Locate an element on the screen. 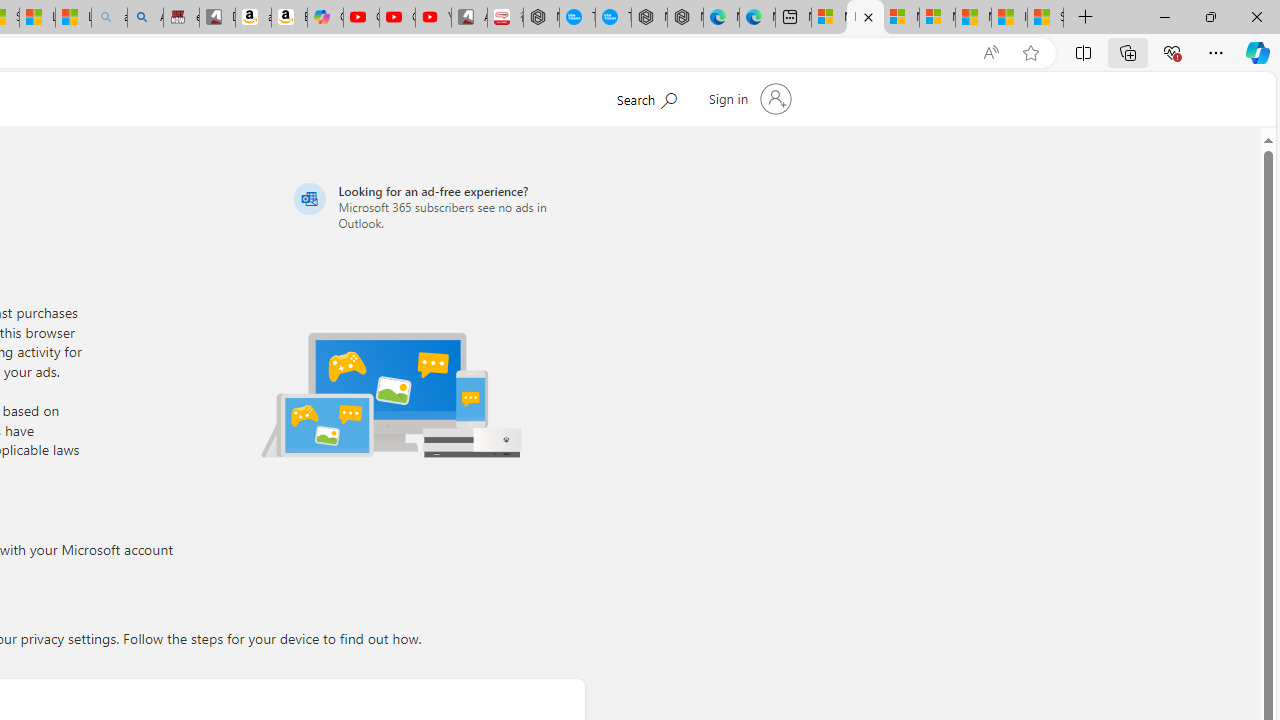 The image size is (1280, 720). 'amazon - Search - Sleeping' is located at coordinates (108, 17).